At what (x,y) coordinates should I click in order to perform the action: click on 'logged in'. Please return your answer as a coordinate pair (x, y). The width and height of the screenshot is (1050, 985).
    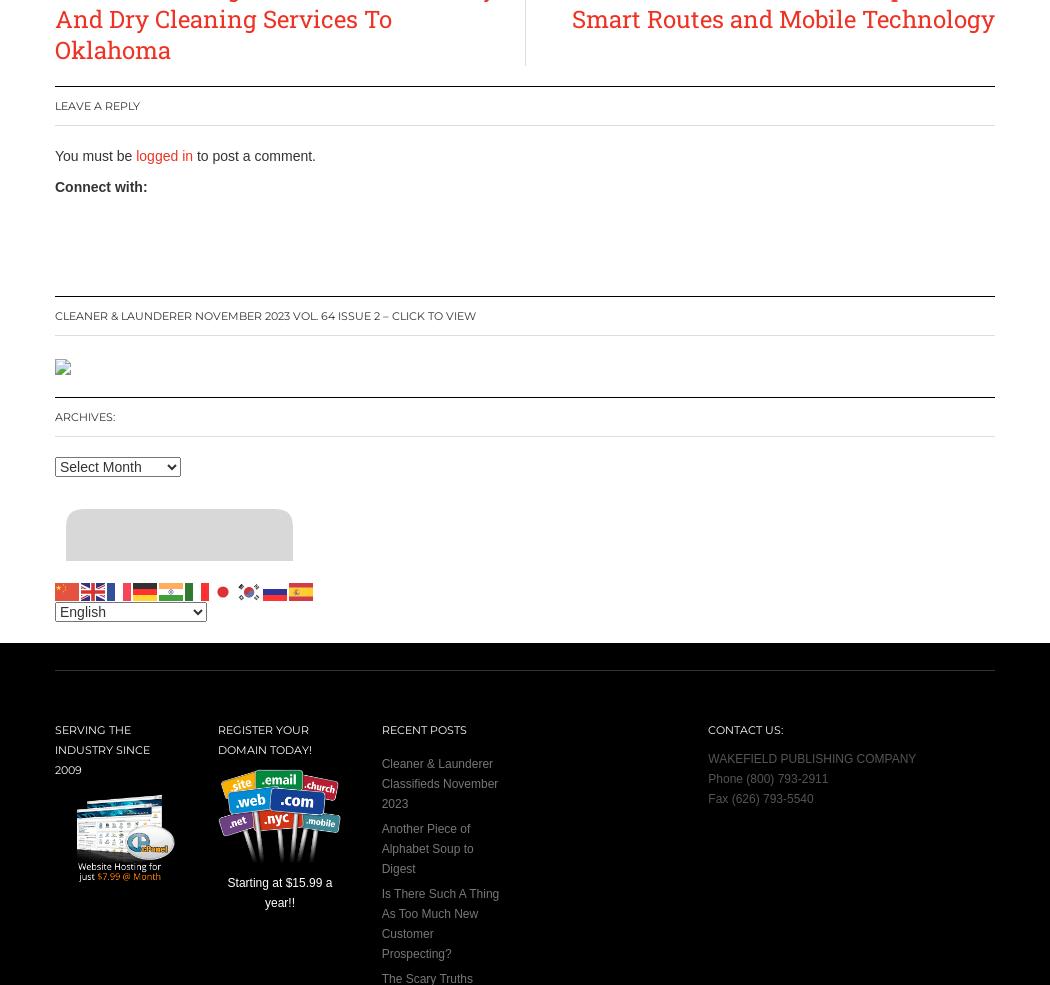
    Looking at the image, I should click on (164, 156).